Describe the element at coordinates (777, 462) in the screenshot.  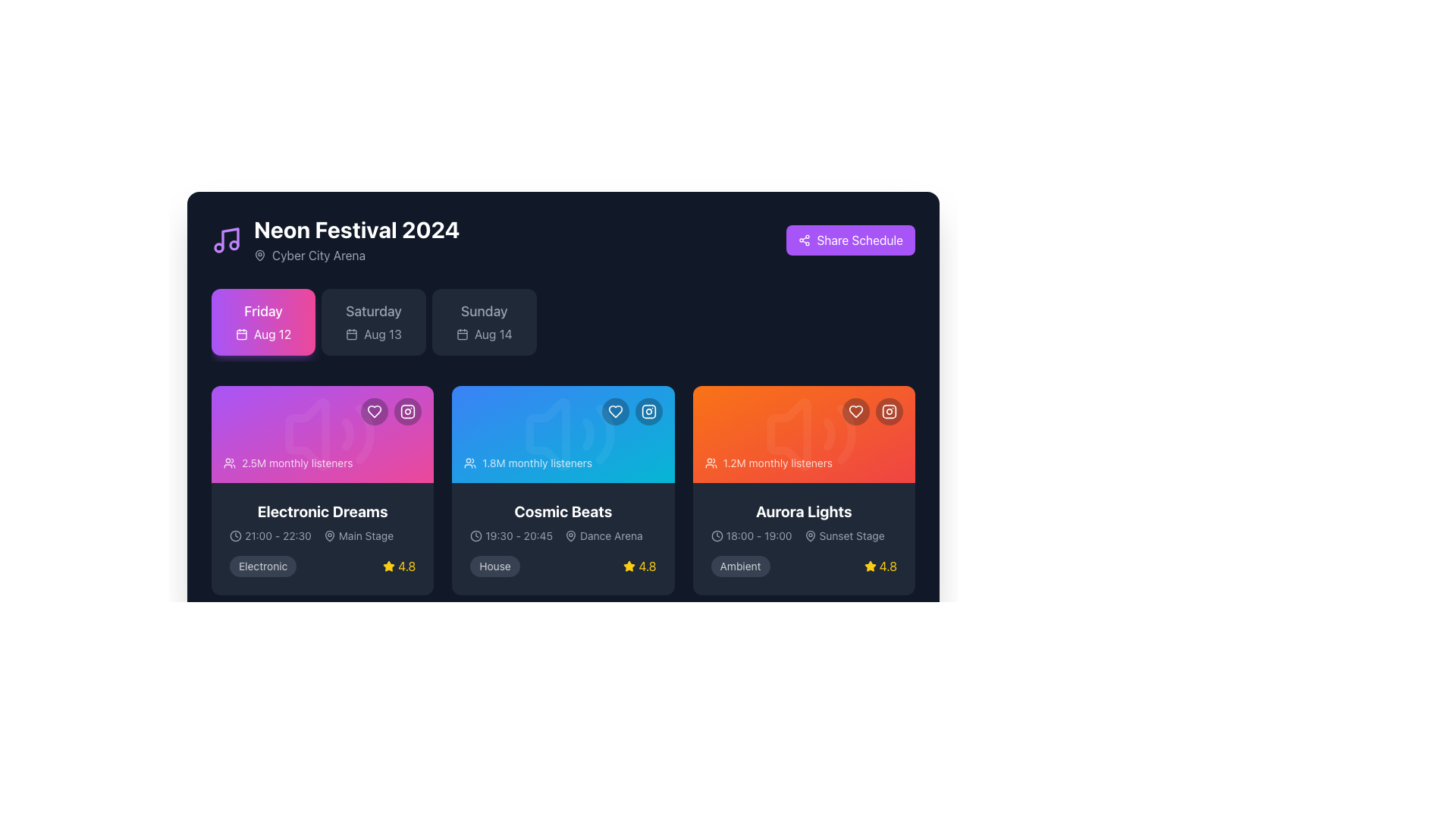
I see `the informational text that provides details about the popularity of the 'Aurora Lights' event, located centrally below the user icon within the card labeled 'Aurora Lights'` at that location.